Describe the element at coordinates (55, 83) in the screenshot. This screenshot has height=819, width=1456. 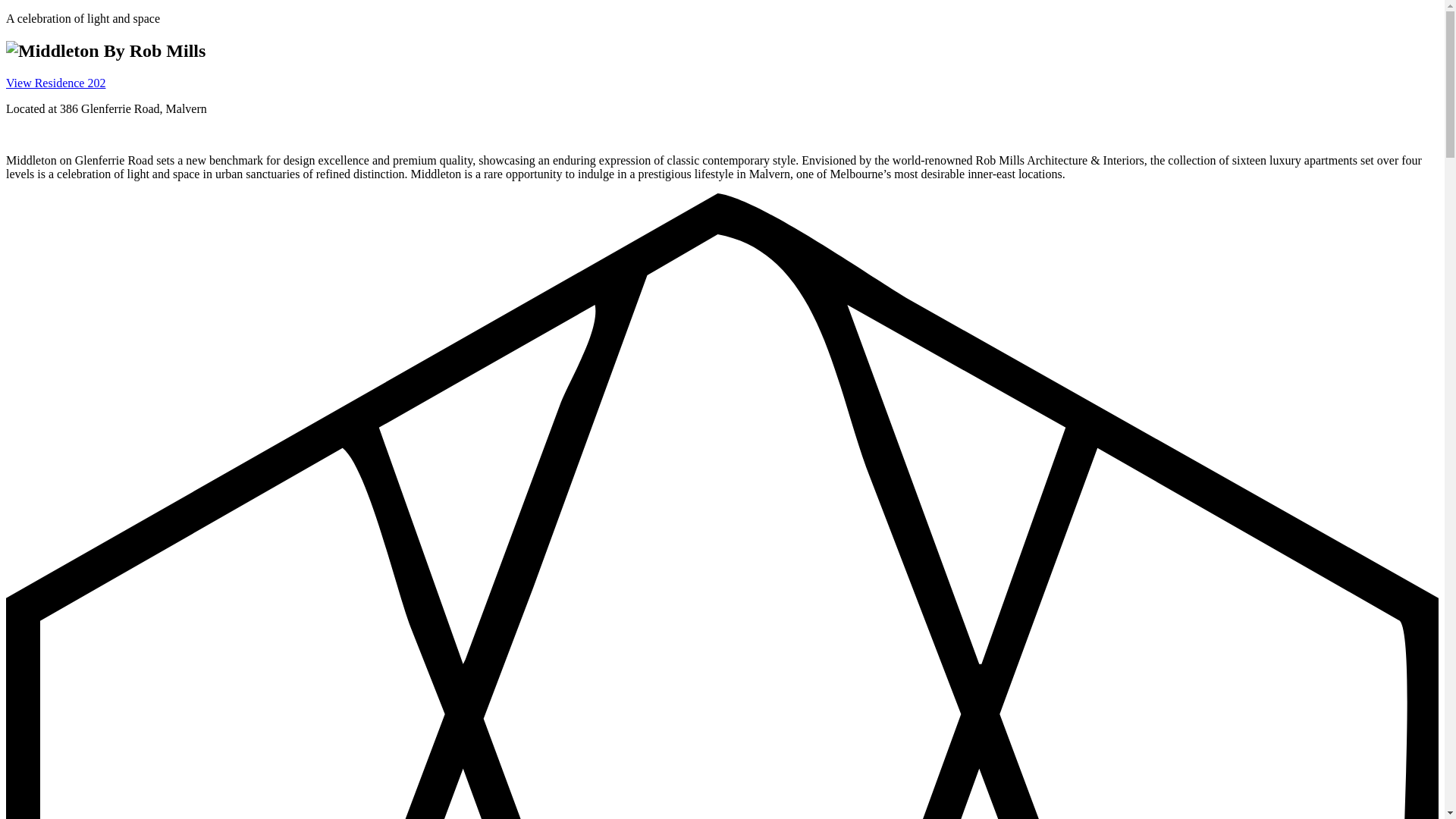
I see `'View Residence 202'` at that location.